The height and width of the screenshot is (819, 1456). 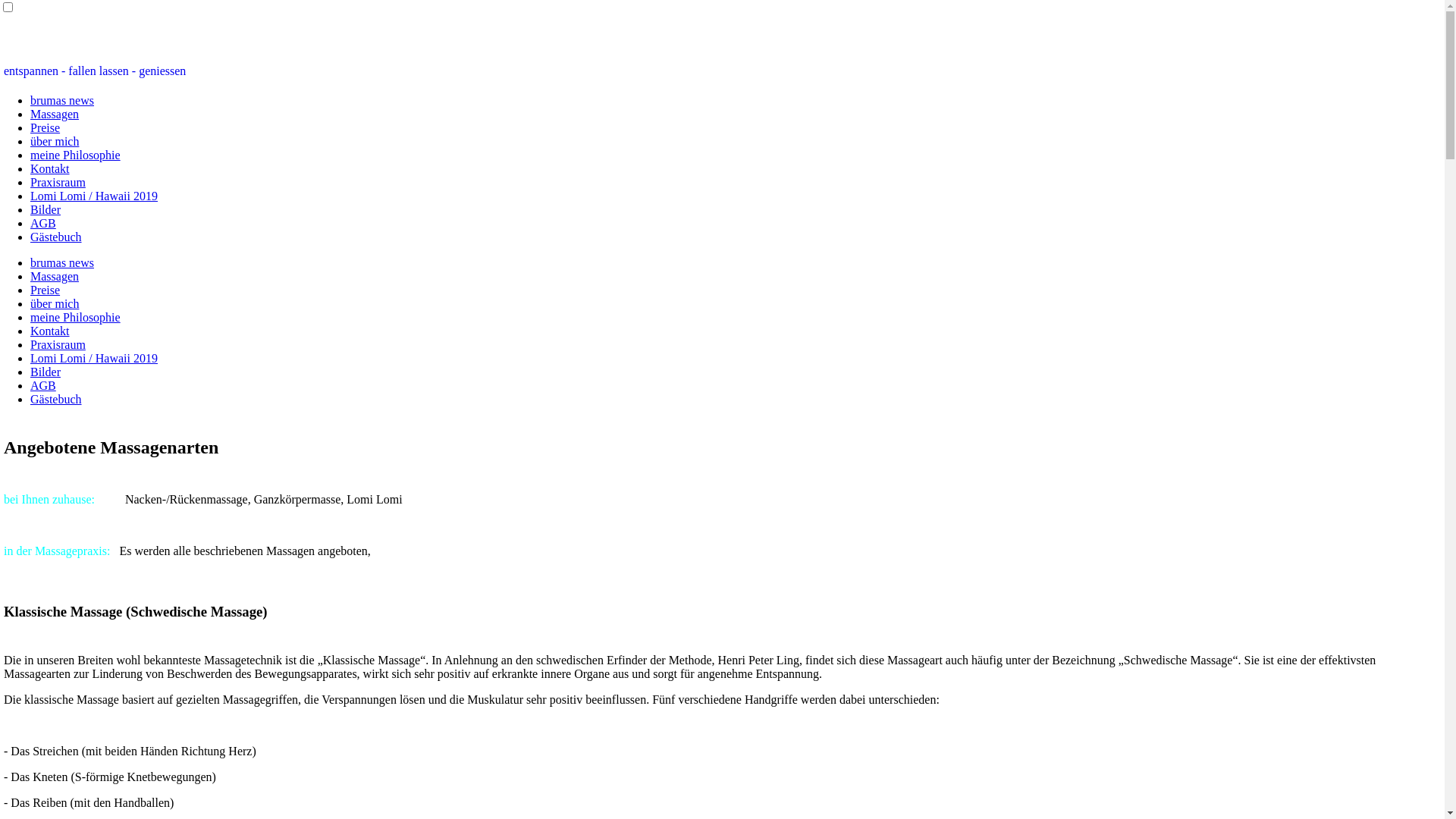 I want to click on 'Massagen', so click(x=55, y=276).